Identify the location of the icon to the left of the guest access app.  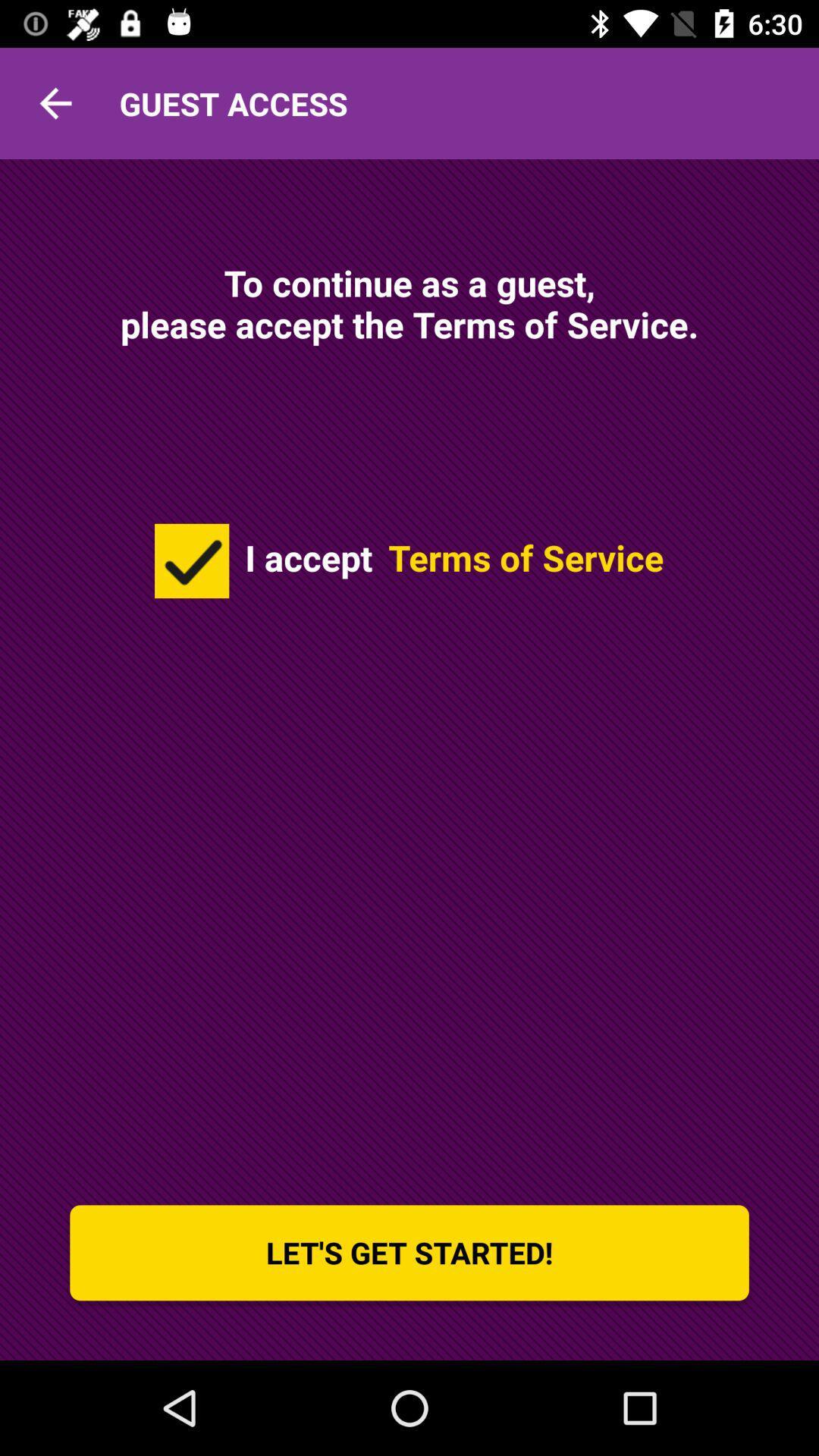
(55, 102).